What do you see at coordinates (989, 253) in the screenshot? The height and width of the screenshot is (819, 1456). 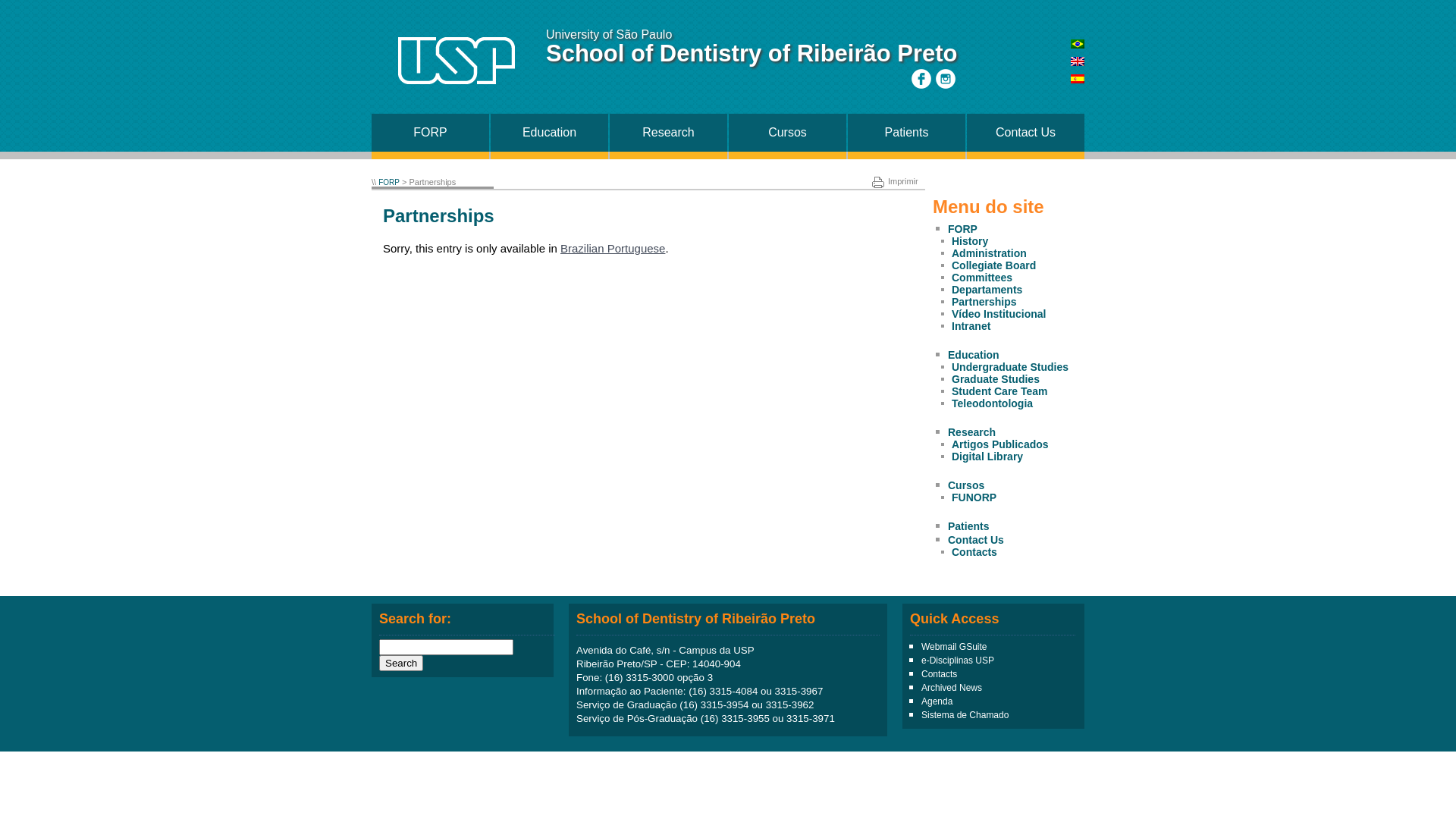 I see `'Administration'` at bounding box center [989, 253].